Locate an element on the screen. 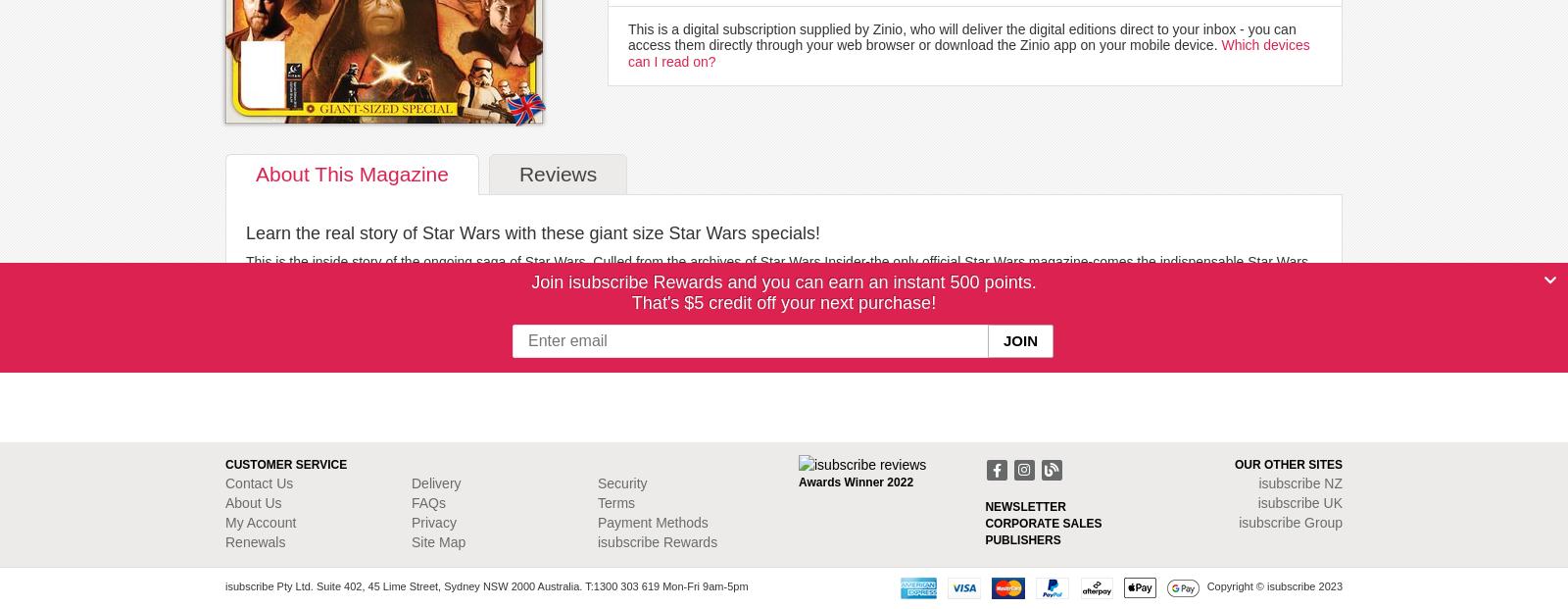 The width and height of the screenshot is (1568, 609). 'CORPORATE SALES' is located at coordinates (1043, 522).